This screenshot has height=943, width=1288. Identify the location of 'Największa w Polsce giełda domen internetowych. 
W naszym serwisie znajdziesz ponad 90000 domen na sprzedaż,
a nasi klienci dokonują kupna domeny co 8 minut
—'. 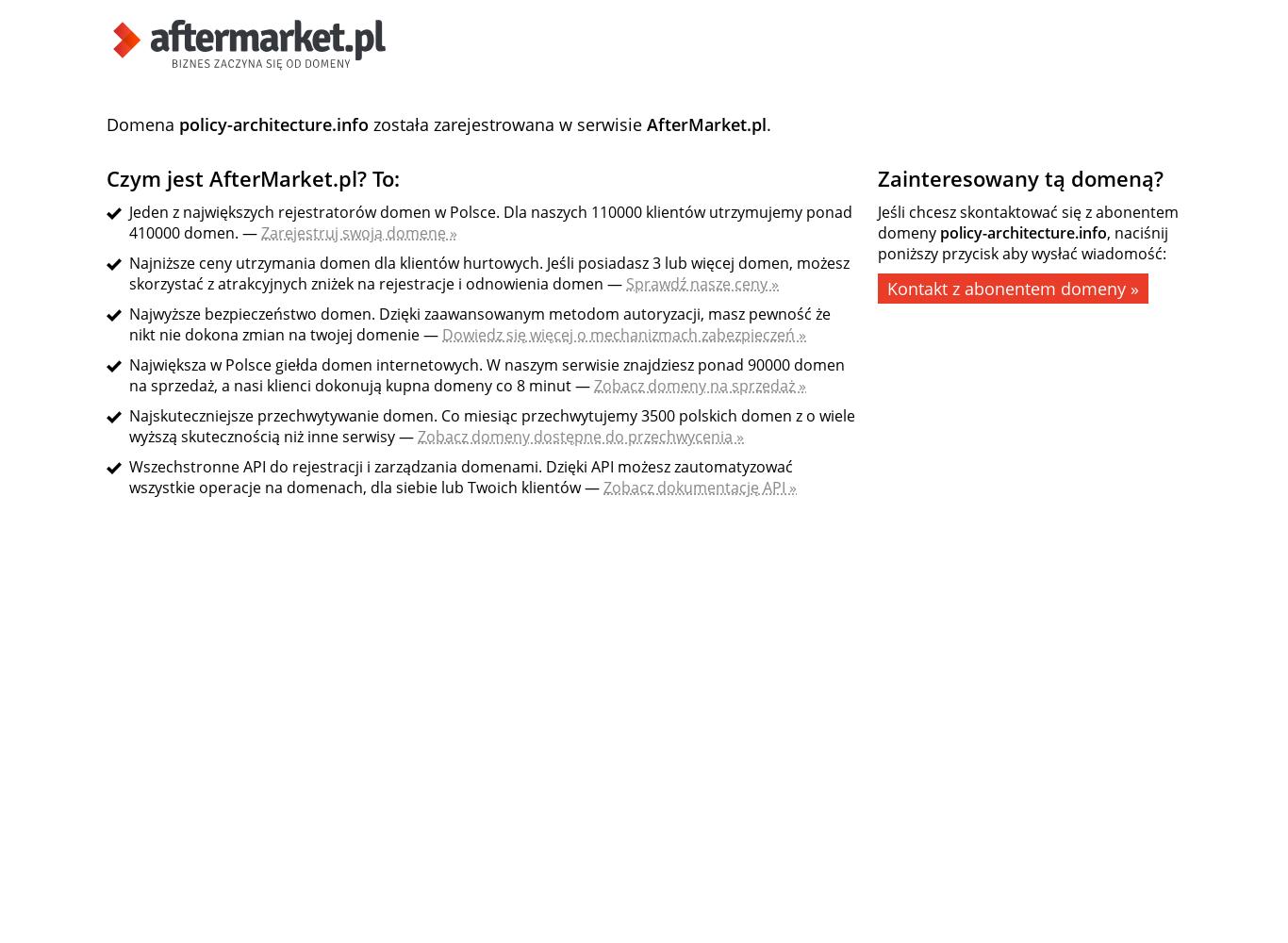
(128, 375).